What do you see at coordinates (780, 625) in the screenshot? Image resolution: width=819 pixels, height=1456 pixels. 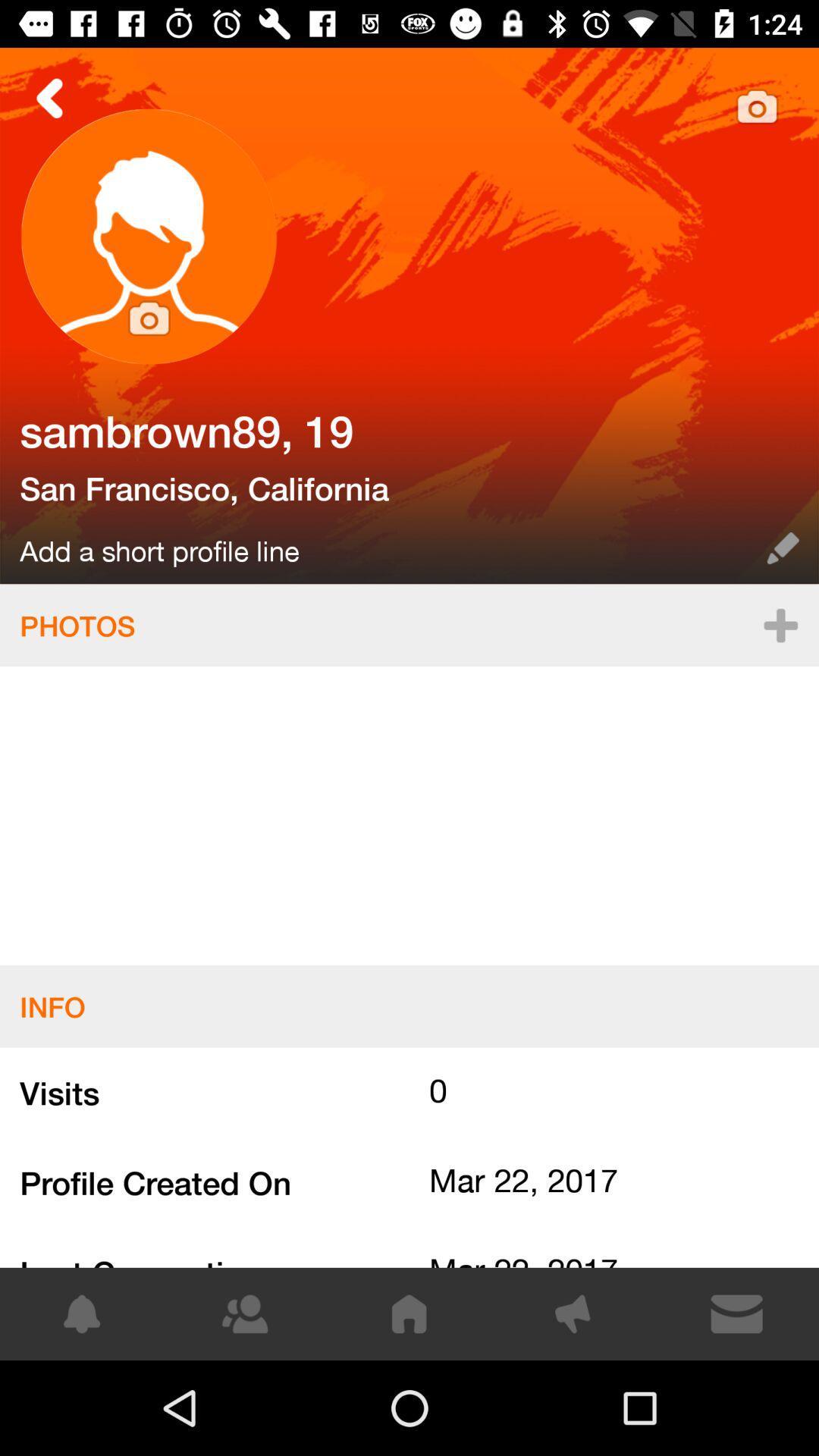 I see `the icon to the right of photos icon` at bounding box center [780, 625].